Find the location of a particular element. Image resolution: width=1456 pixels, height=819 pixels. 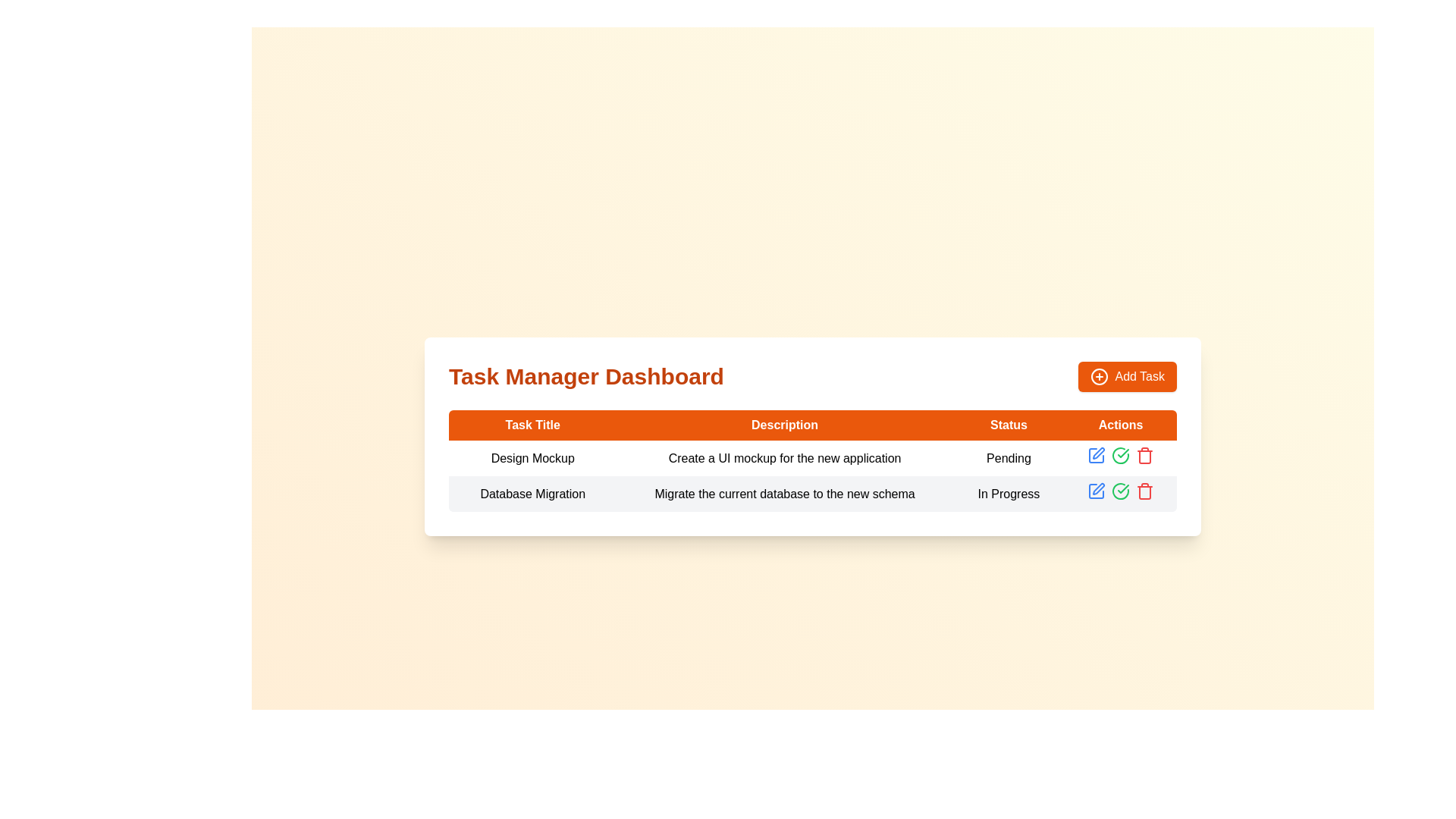

the trash can icon button, which is the rightmost element in the row of action icons under the 'Actions' column for the 'Database Migration' task entry is located at coordinates (1145, 491).